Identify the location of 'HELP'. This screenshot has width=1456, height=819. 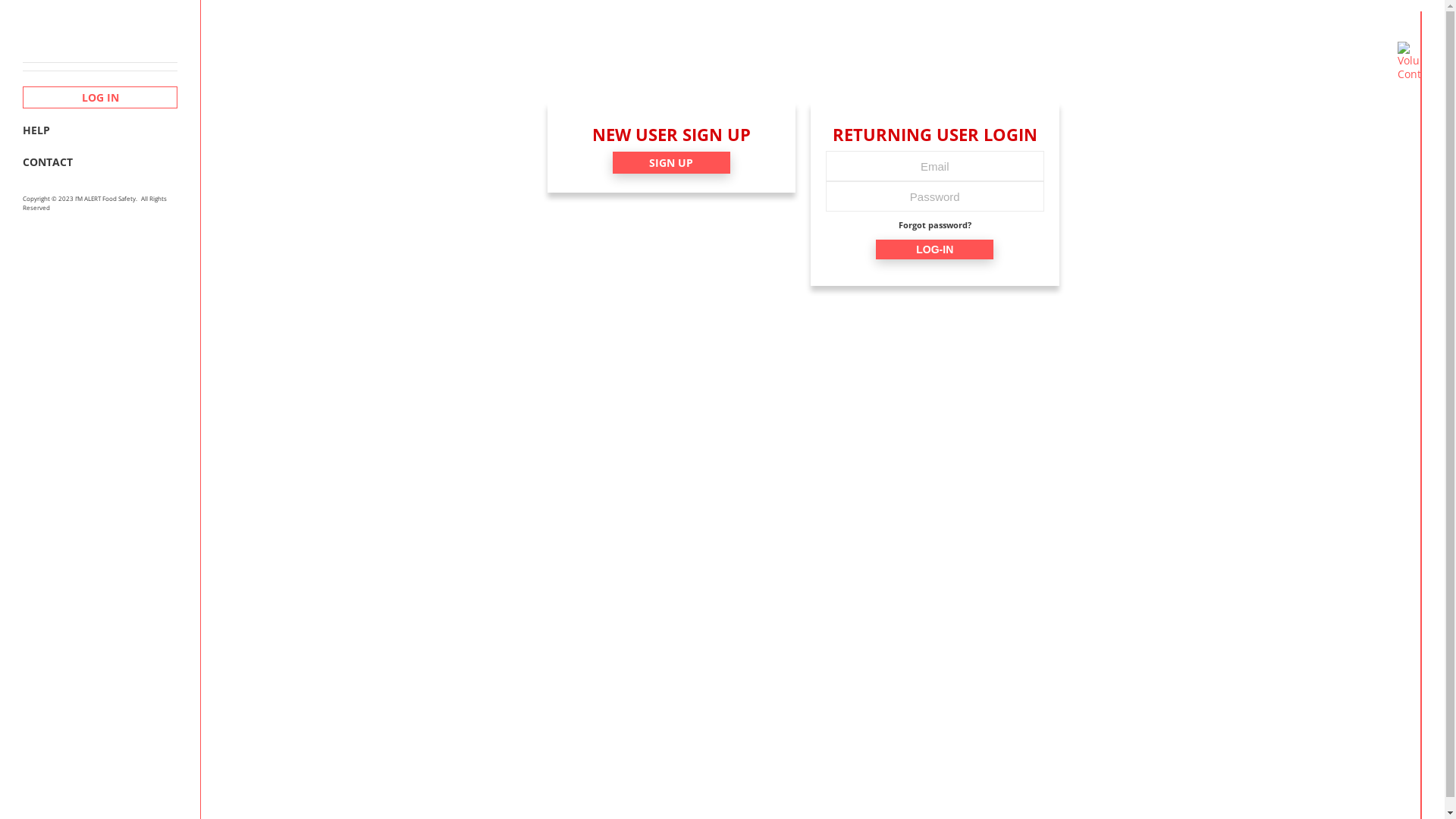
(99, 130).